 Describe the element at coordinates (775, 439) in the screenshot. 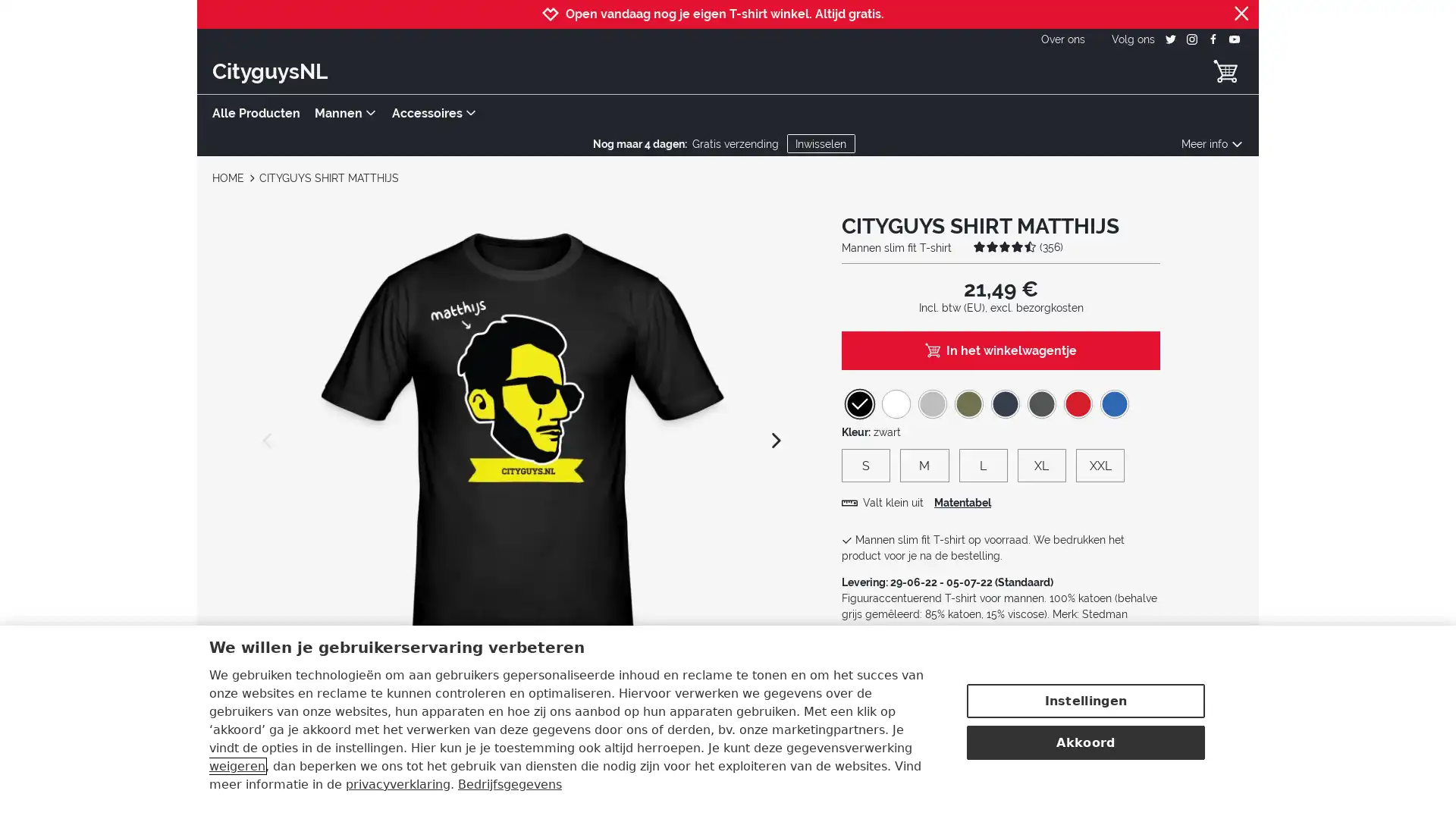

I see `next image` at that location.